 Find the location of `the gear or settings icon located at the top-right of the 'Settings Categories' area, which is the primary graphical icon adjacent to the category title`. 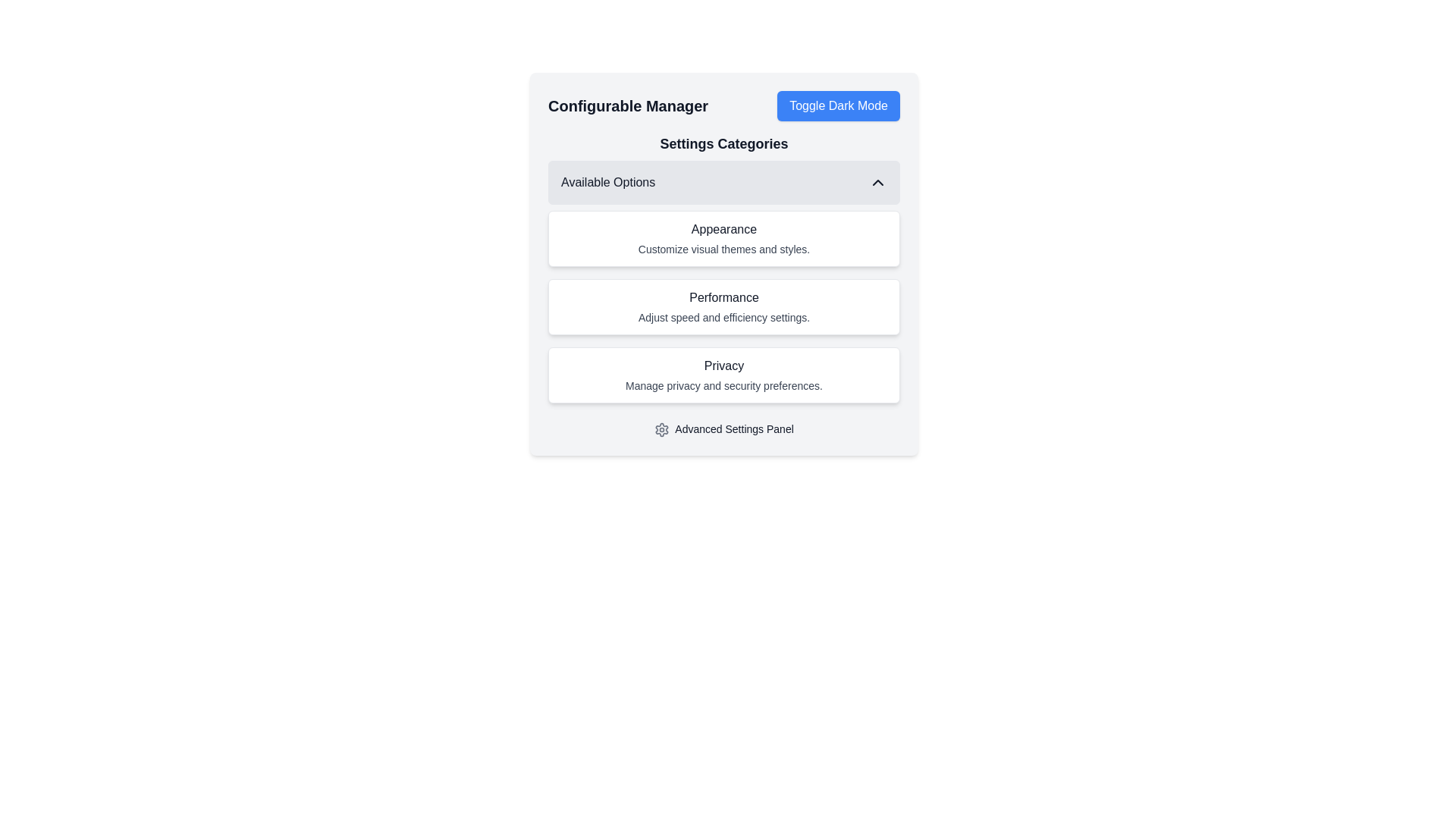

the gear or settings icon located at the top-right of the 'Settings Categories' area, which is the primary graphical icon adjacent to the category title is located at coordinates (662, 430).